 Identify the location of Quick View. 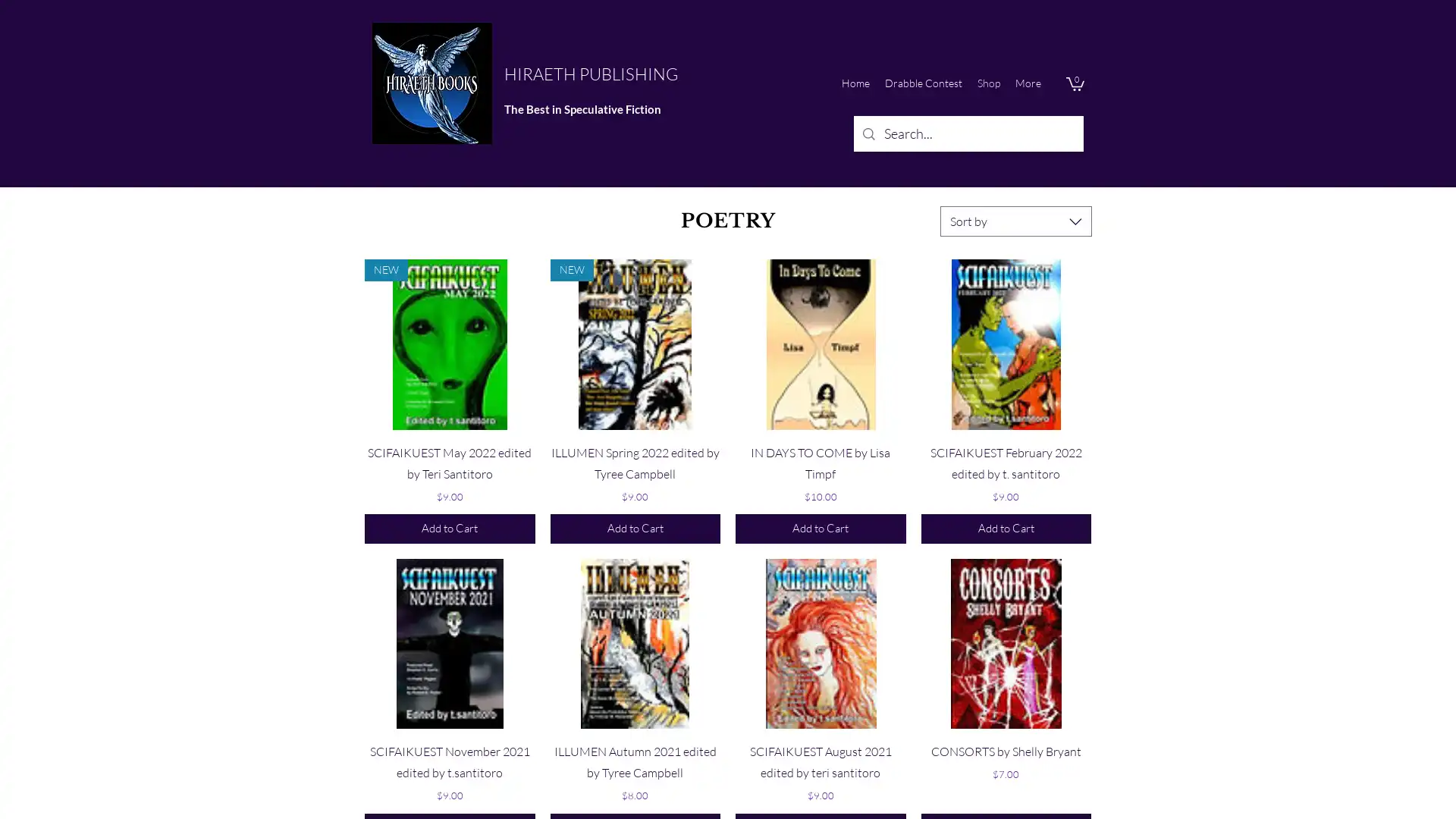
(635, 447).